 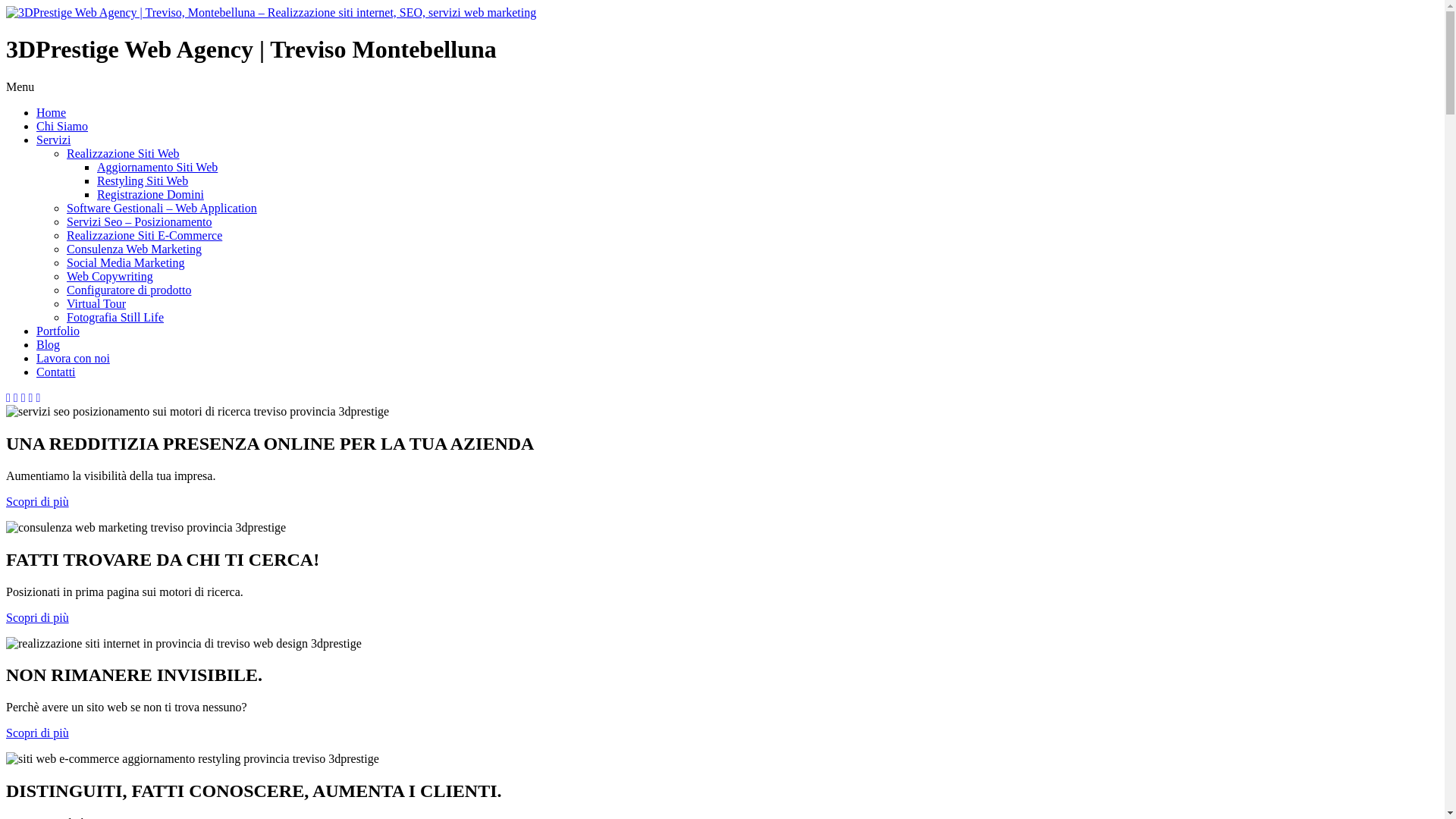 I want to click on 'Fotografia Still Life', so click(x=115, y=316).